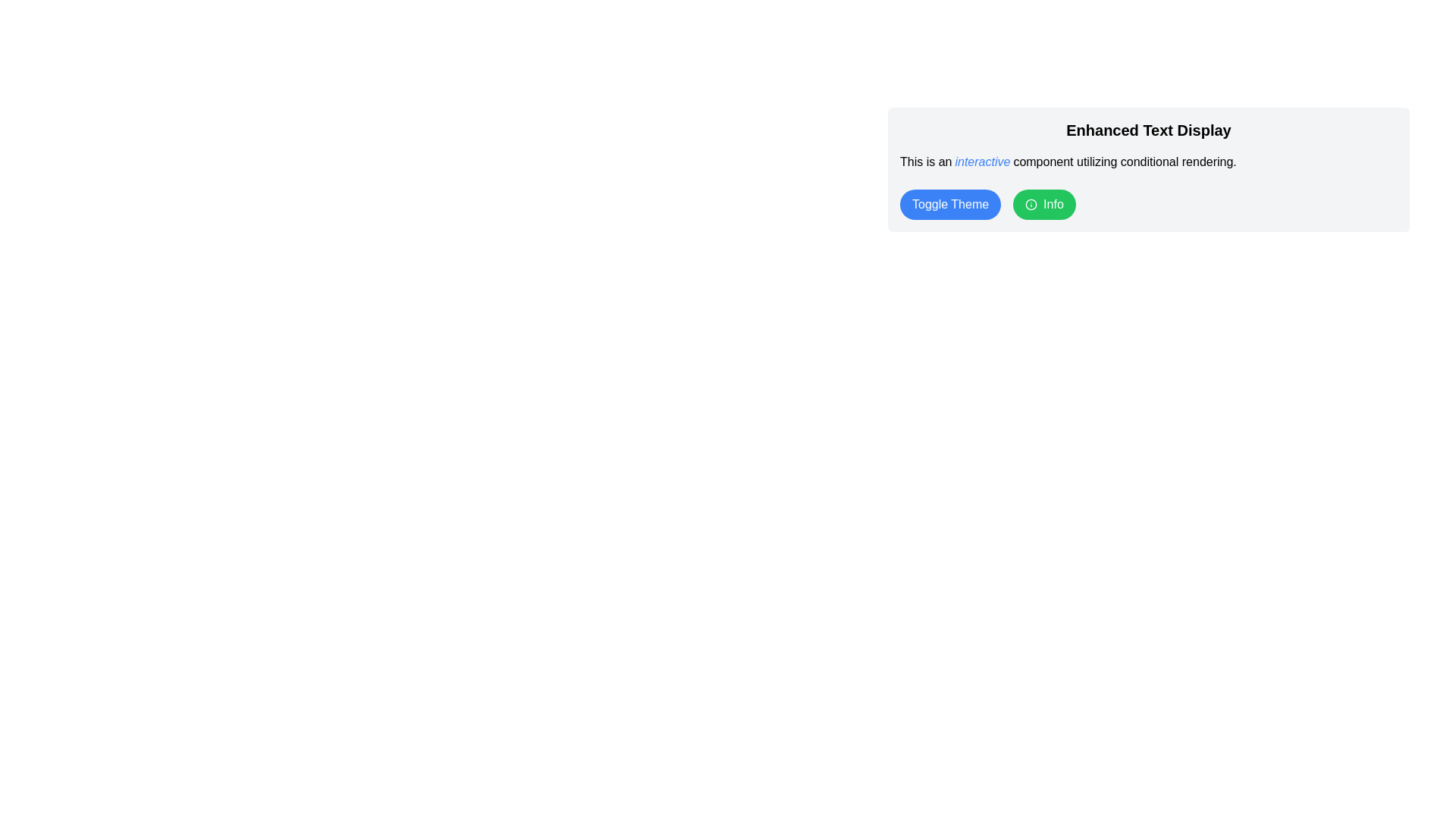  Describe the element at coordinates (949, 205) in the screenshot. I see `the leftmost button in the horizontal group at the top-right section of the interface` at that location.